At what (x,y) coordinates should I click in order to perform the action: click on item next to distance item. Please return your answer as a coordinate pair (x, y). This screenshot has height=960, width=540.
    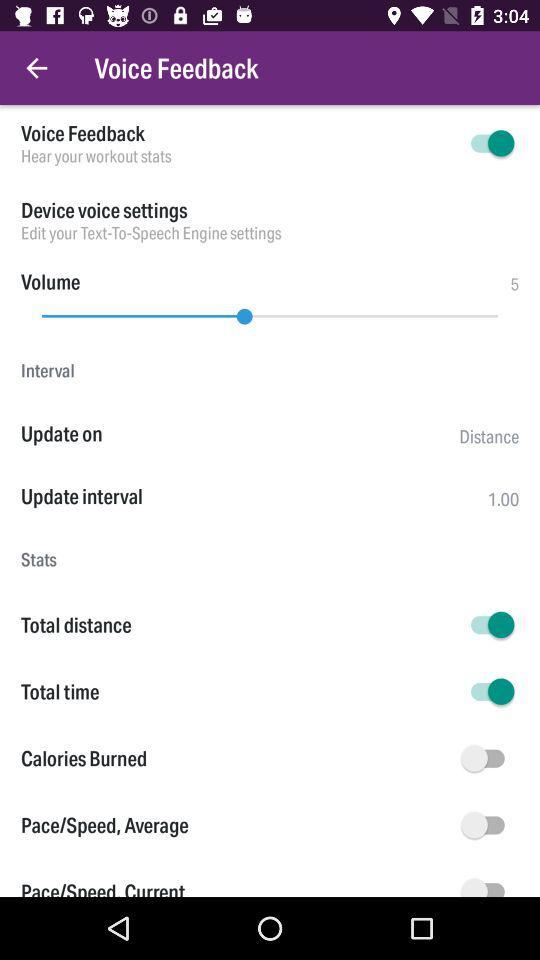
    Looking at the image, I should click on (239, 433).